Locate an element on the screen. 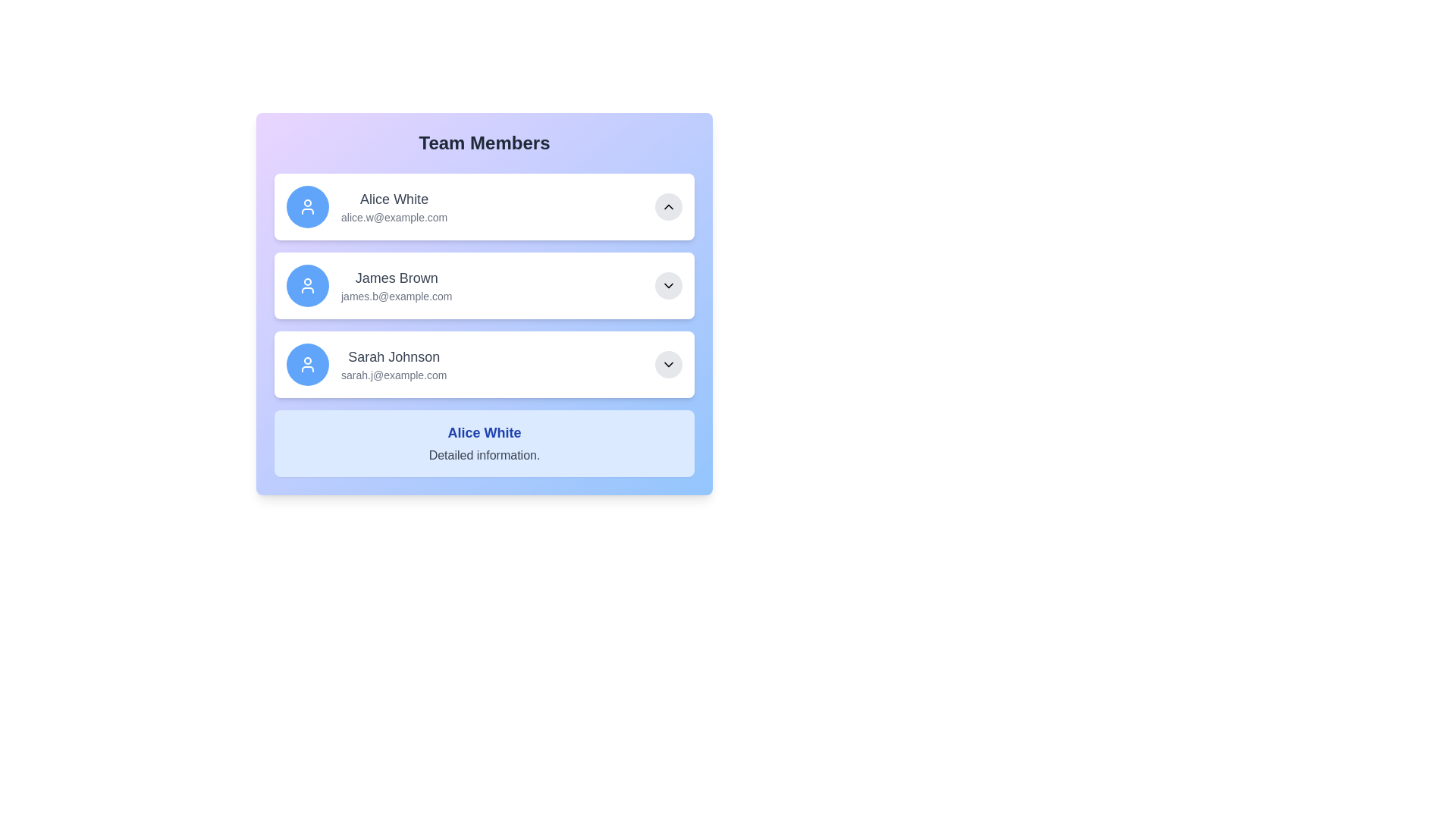 This screenshot has height=819, width=1456. the user avatar for 'Alice White' located at the leftmost part of the first list item in the 'Team Members' section is located at coordinates (307, 207).